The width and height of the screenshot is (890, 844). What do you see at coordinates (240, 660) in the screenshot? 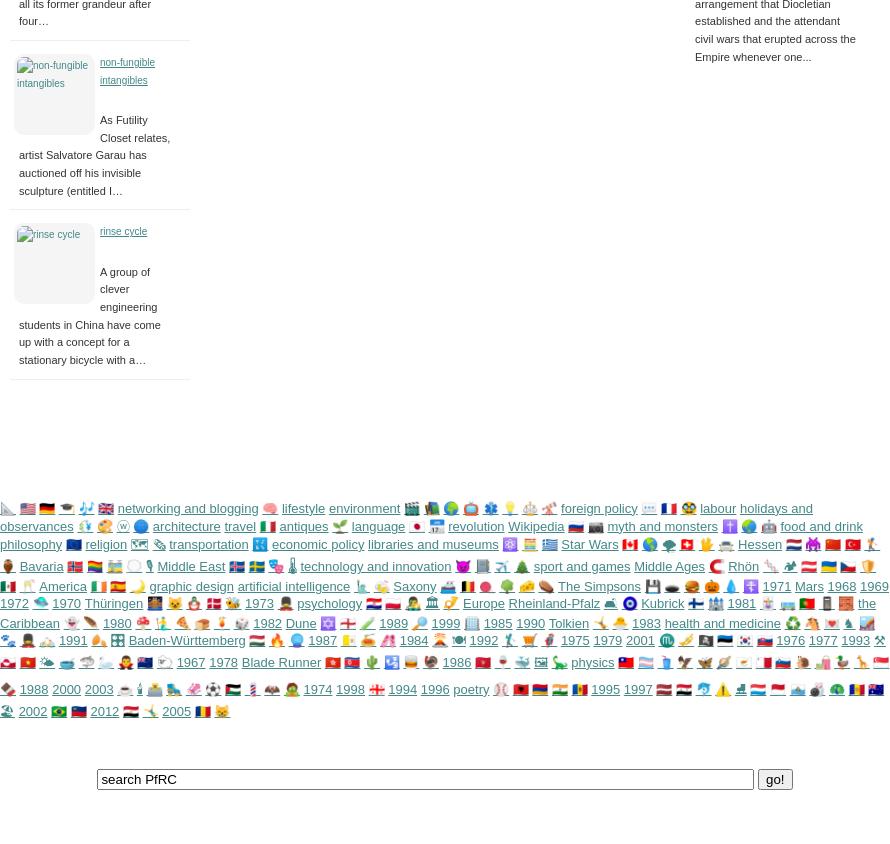
I see `'Blade Runner'` at bounding box center [240, 660].